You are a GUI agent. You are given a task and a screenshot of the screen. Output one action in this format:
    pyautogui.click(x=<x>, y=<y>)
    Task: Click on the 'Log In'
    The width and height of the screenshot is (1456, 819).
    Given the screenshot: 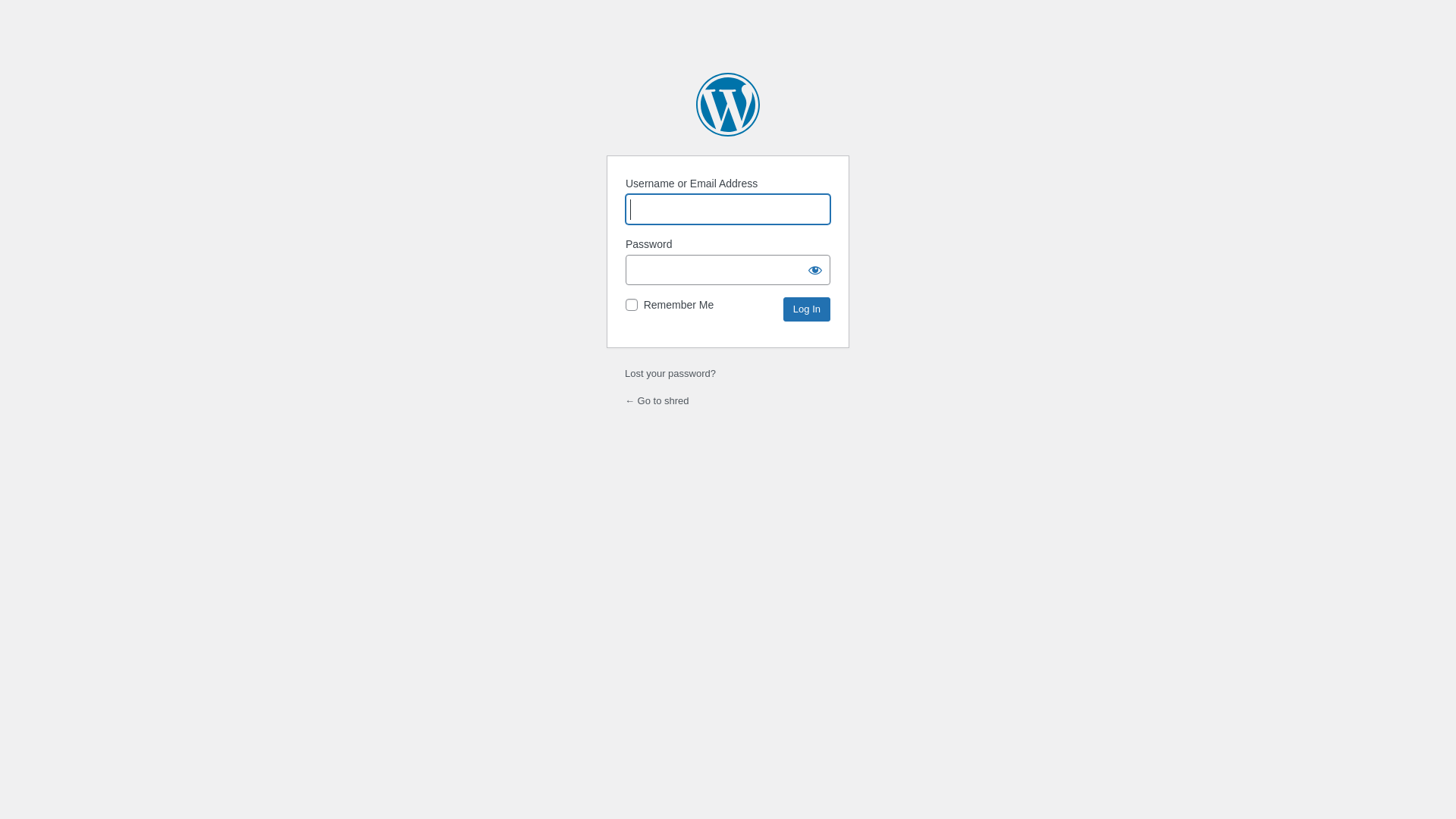 What is the action you would take?
    pyautogui.click(x=806, y=309)
    